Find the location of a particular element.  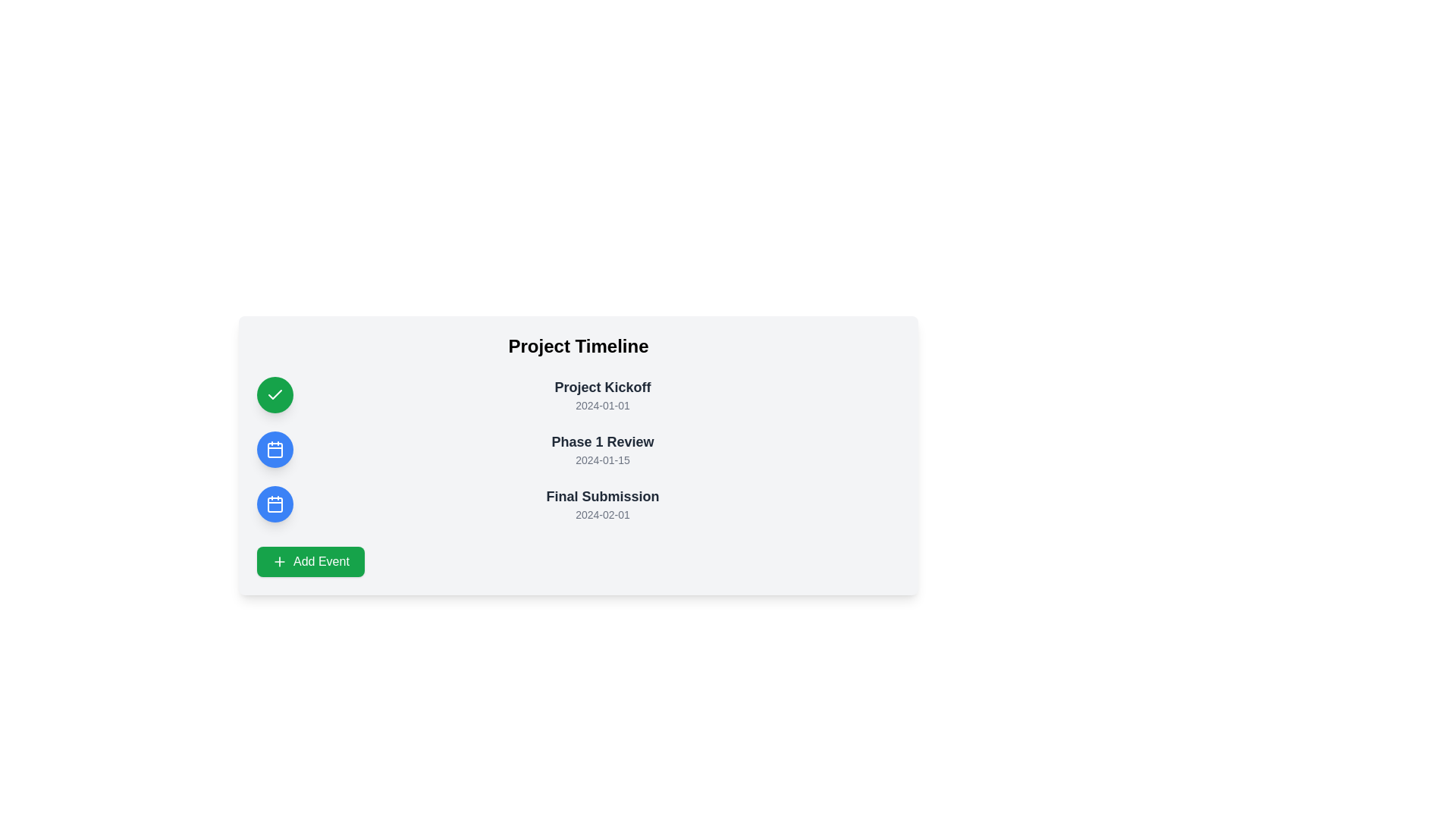

the 'Final Submission' text block element, which is the third event in the timeline, displaying the date '2024-02-01' below it is located at coordinates (602, 504).